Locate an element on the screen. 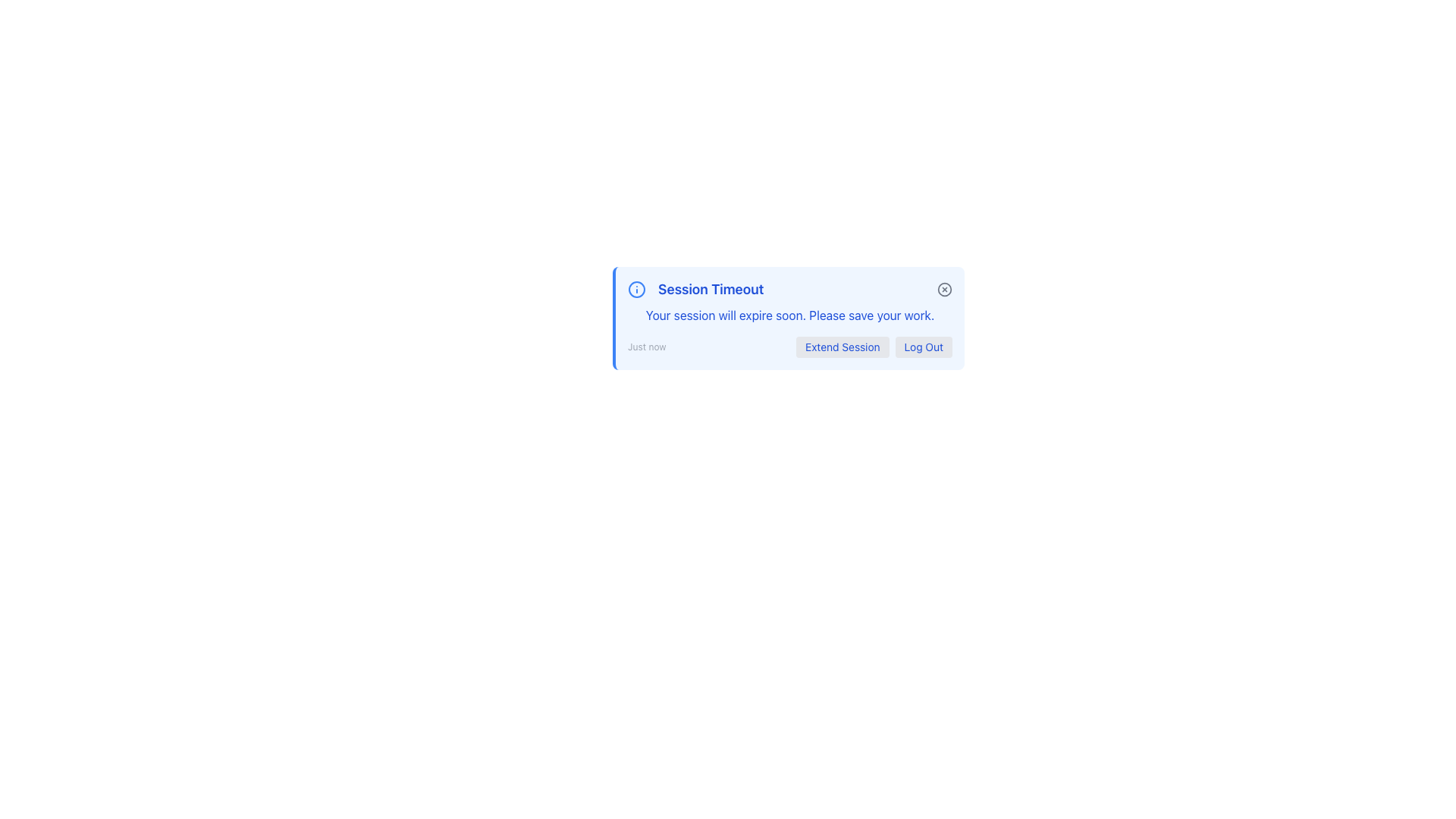  the 'Extend Session' button, which is the leftmost button in a group of two buttons located near the bottom of a modal dialog box, featuring blue text on a light gray background is located at coordinates (842, 347).